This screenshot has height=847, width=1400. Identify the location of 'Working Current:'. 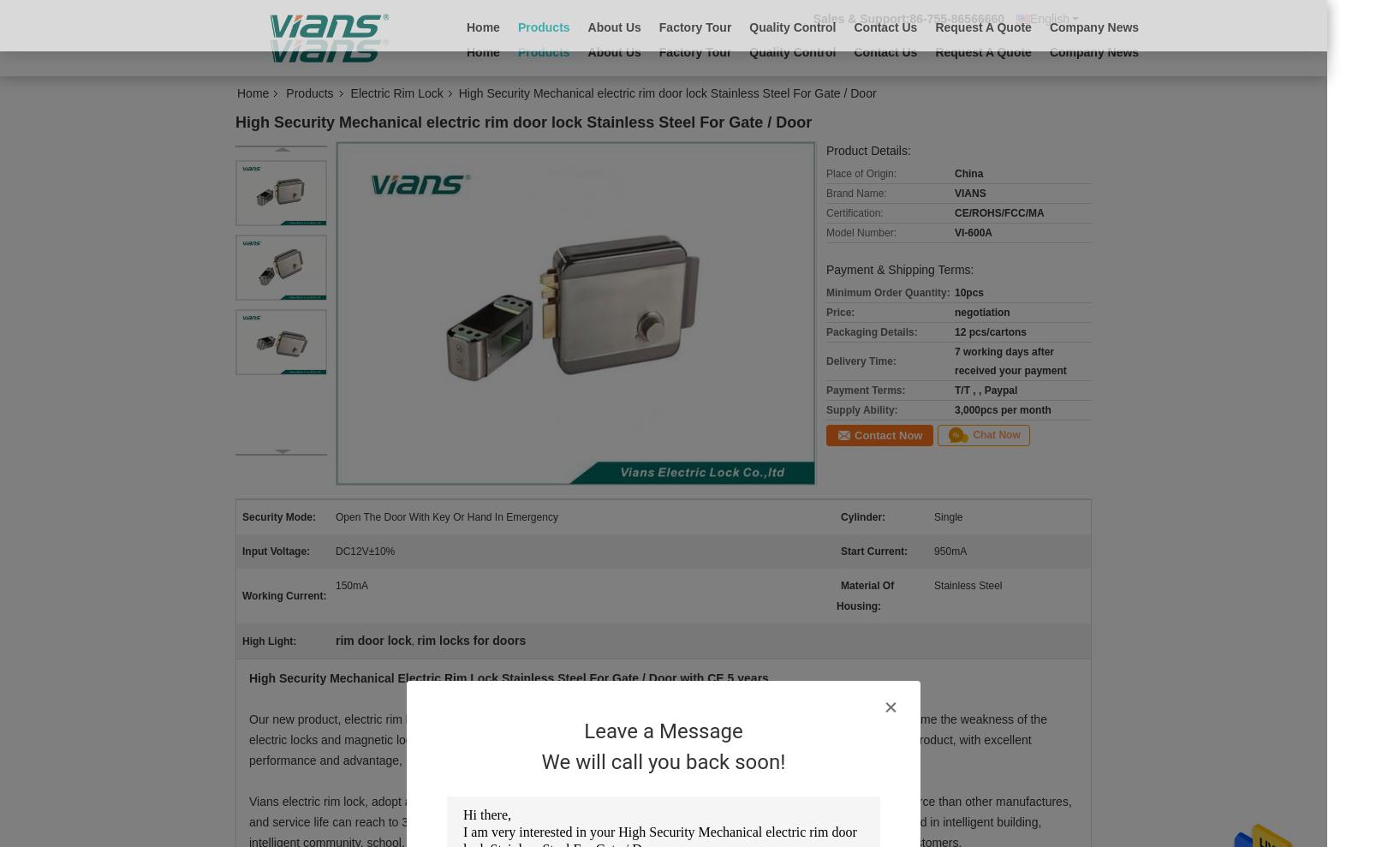
(283, 594).